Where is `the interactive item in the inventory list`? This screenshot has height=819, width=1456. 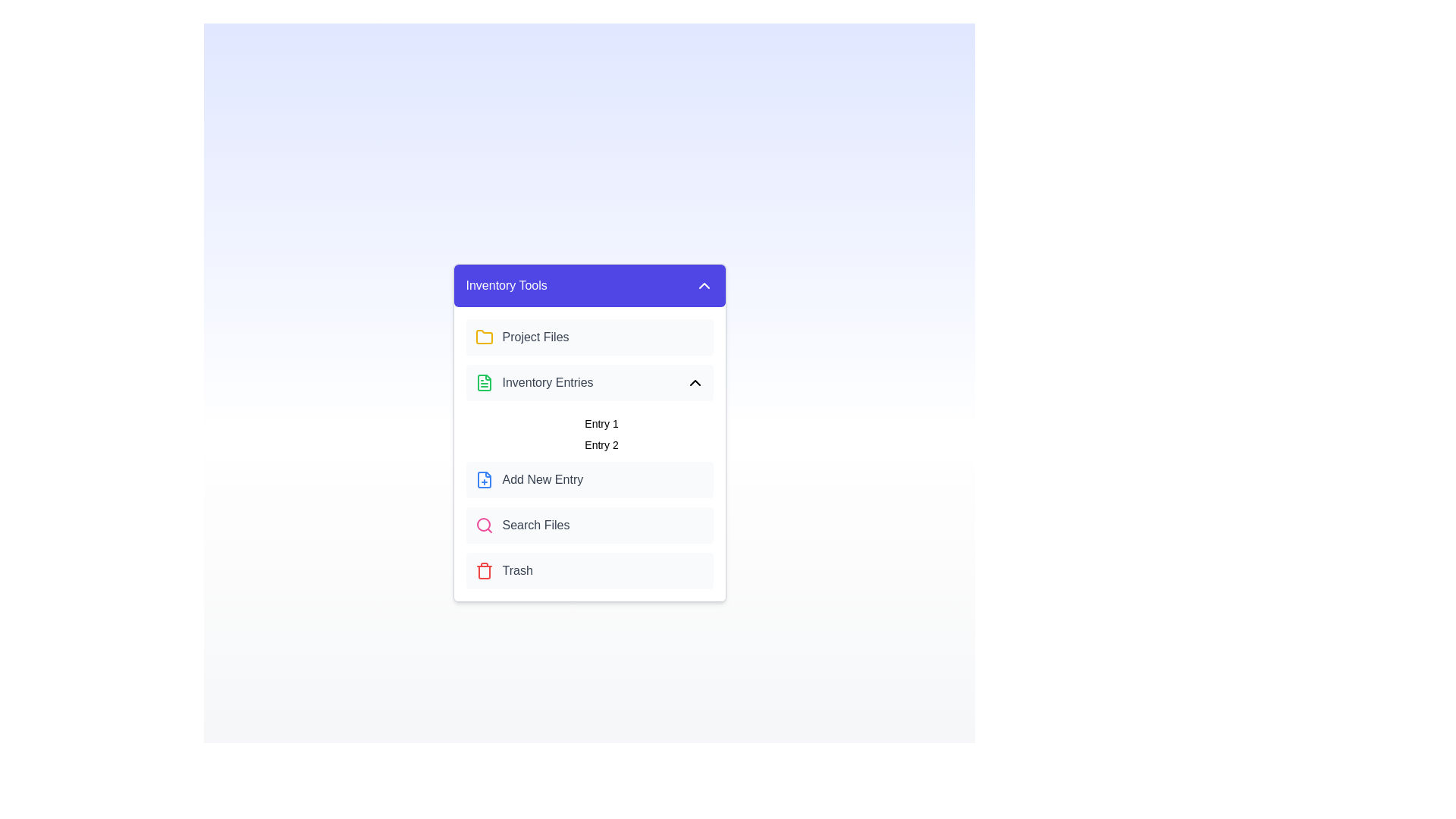 the interactive item in the inventory list is located at coordinates (588, 431).